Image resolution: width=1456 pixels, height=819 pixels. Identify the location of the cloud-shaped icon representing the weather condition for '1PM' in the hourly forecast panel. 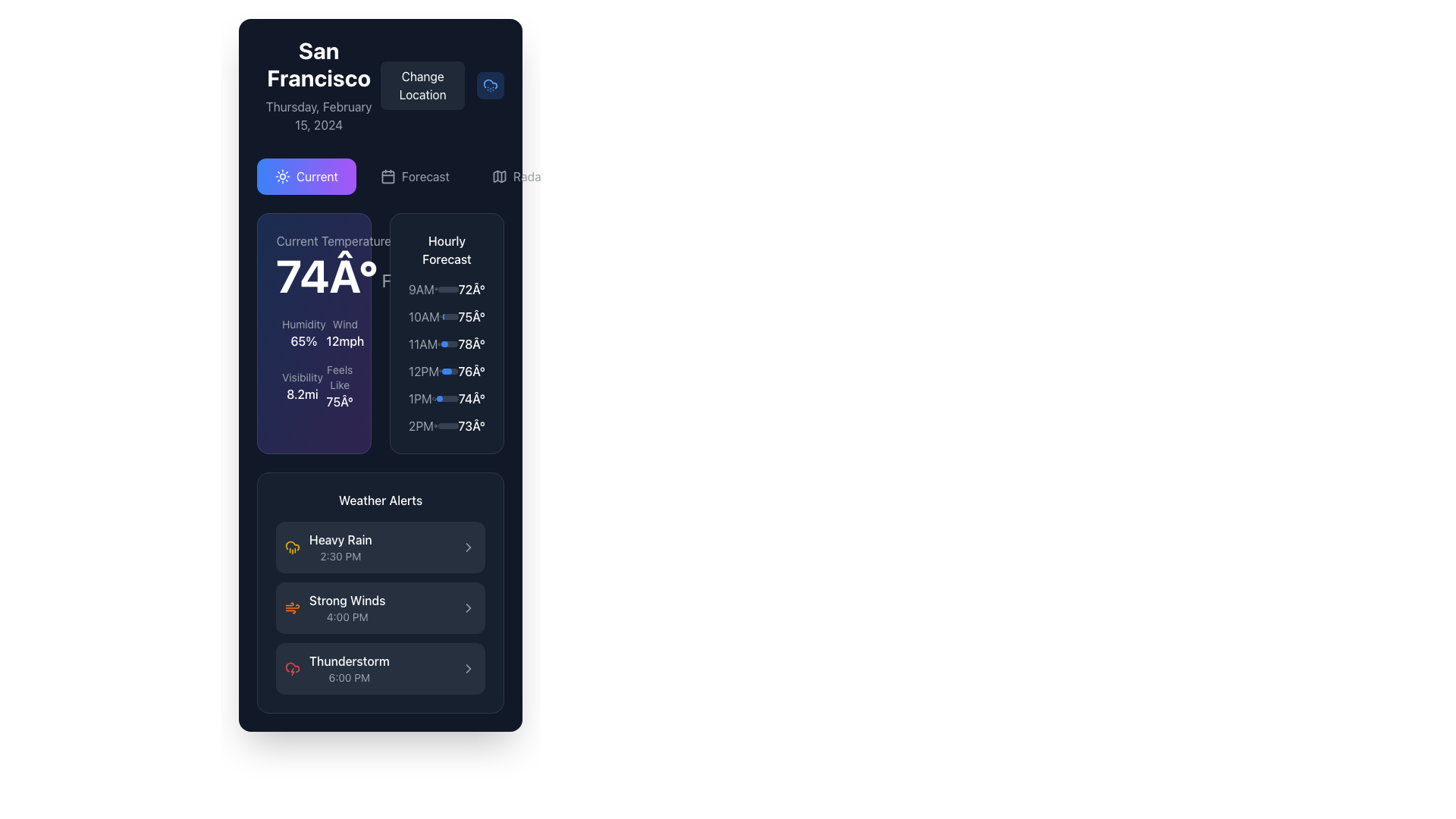
(433, 397).